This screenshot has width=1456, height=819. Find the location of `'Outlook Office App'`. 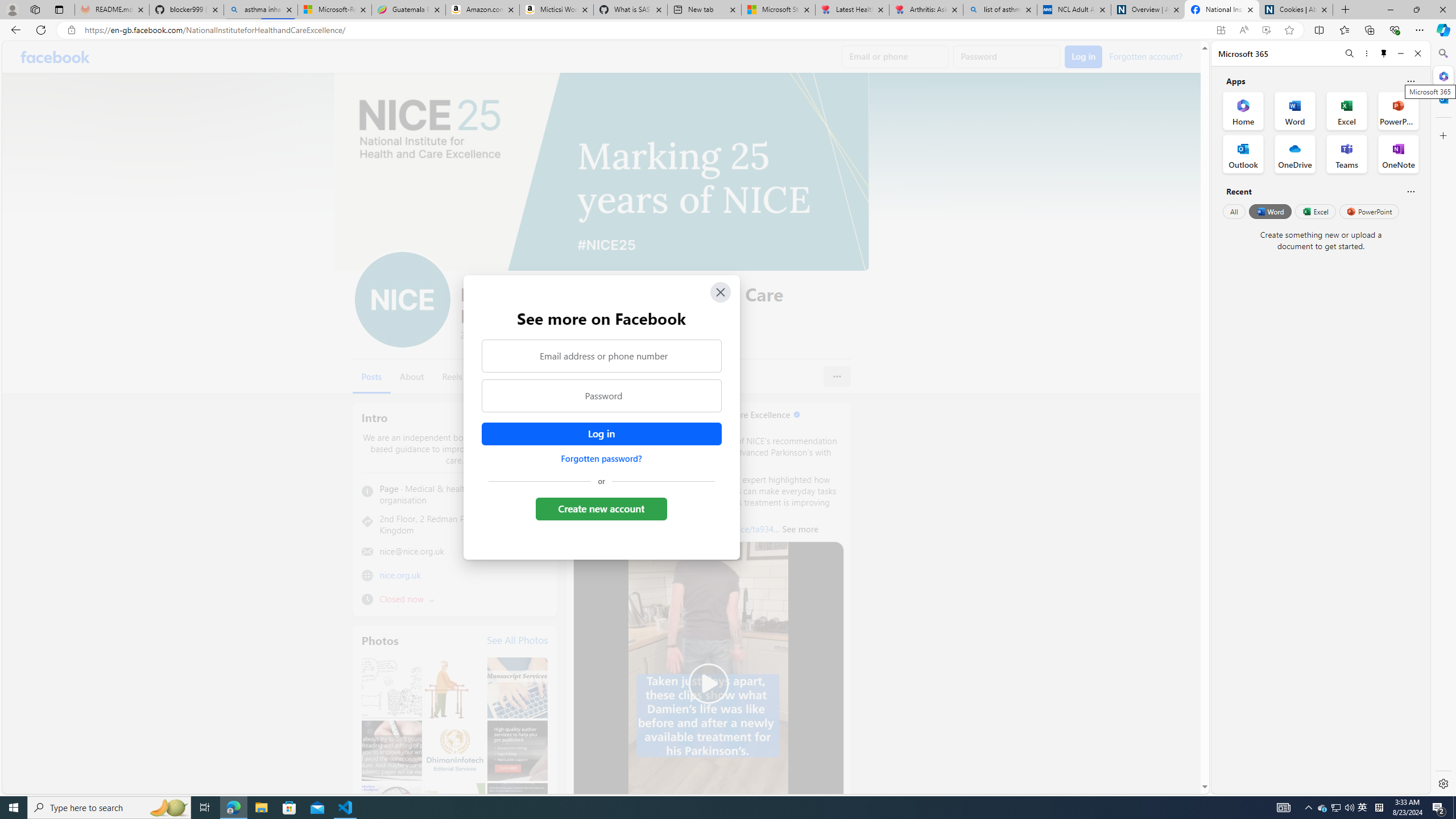

'Outlook Office App' is located at coordinates (1243, 154).